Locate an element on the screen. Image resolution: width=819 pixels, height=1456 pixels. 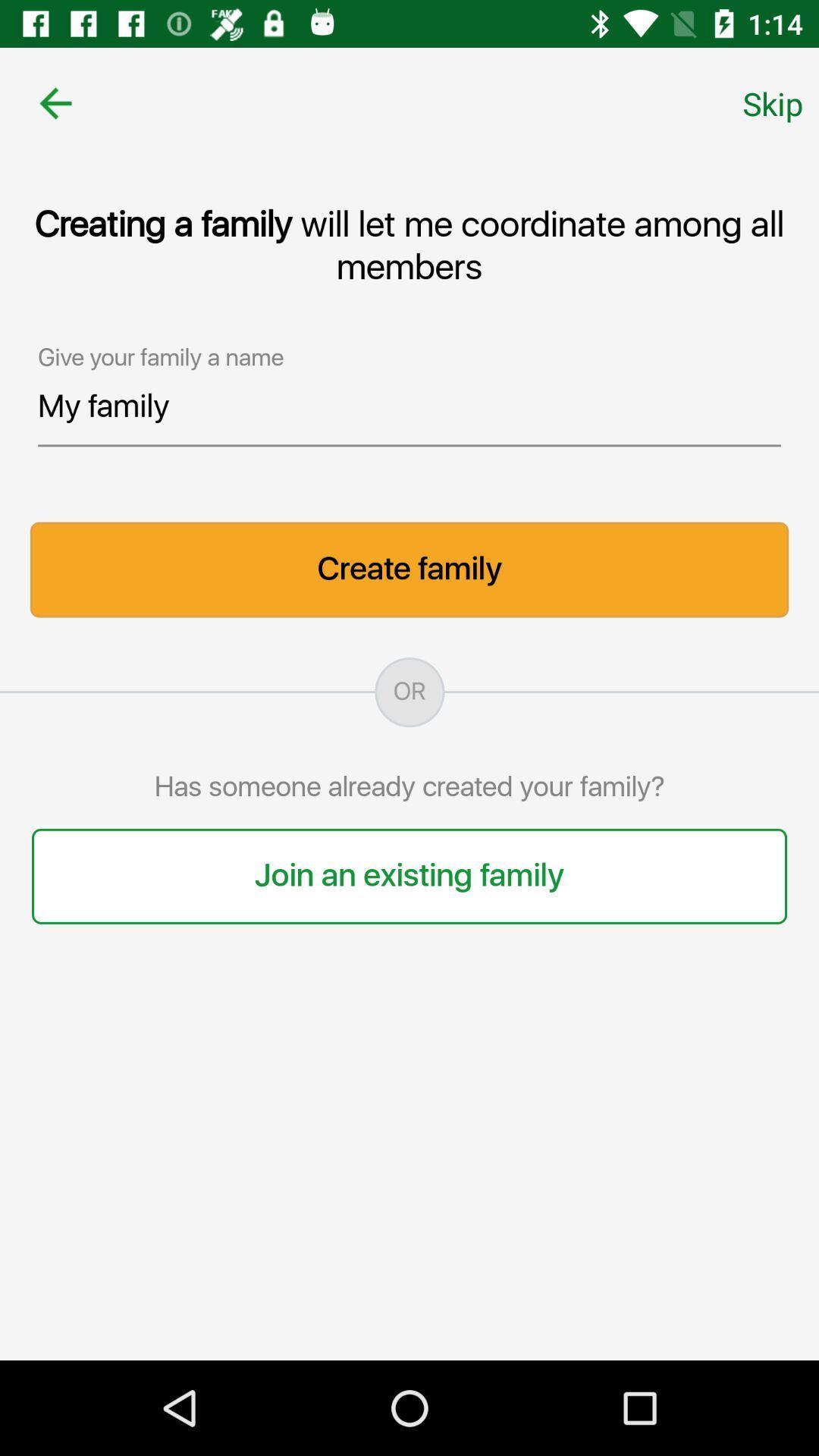
the icon above has someone already icon is located at coordinates (409, 692).